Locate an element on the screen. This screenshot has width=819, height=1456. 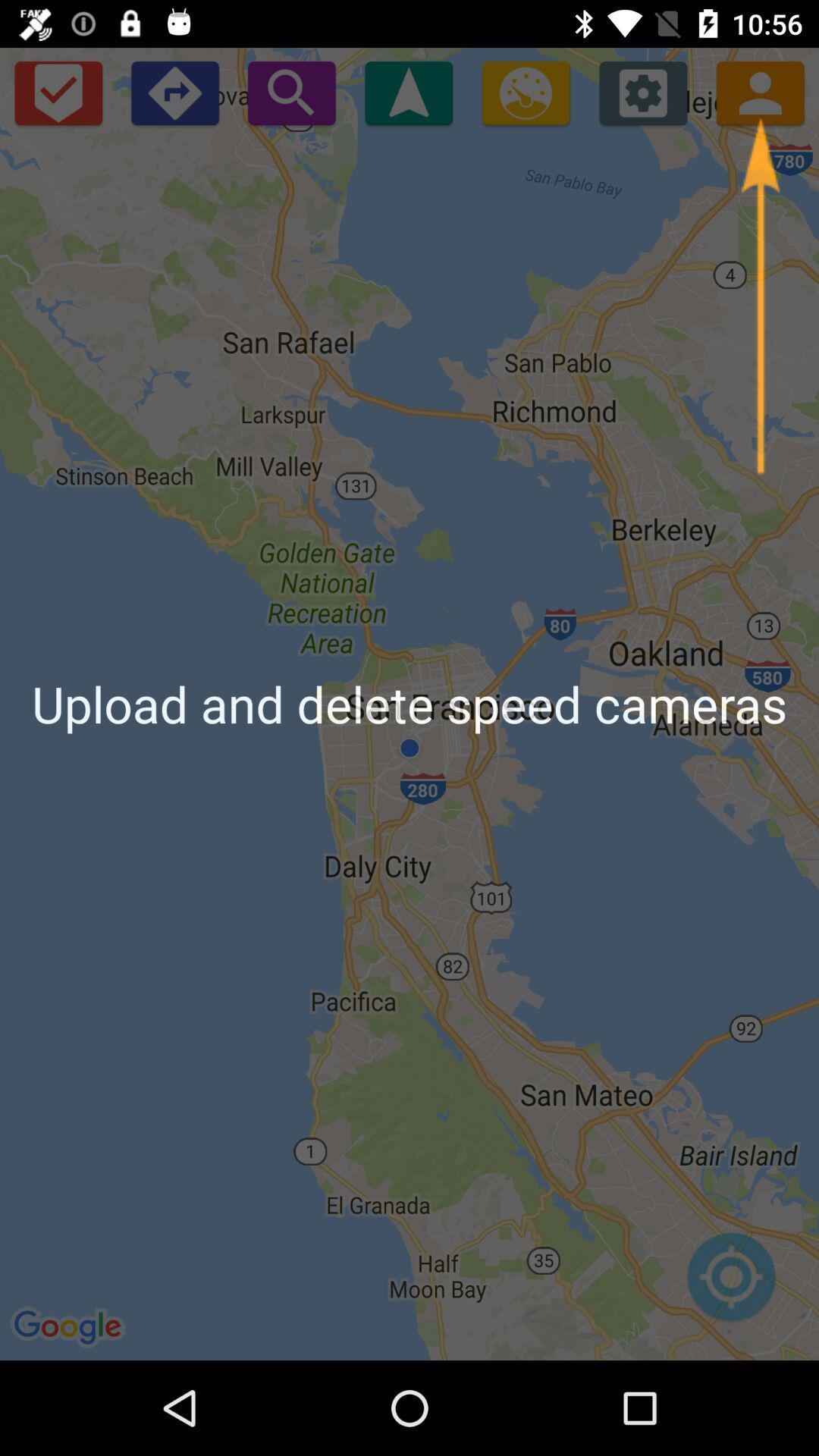
contacts option is located at coordinates (760, 92).